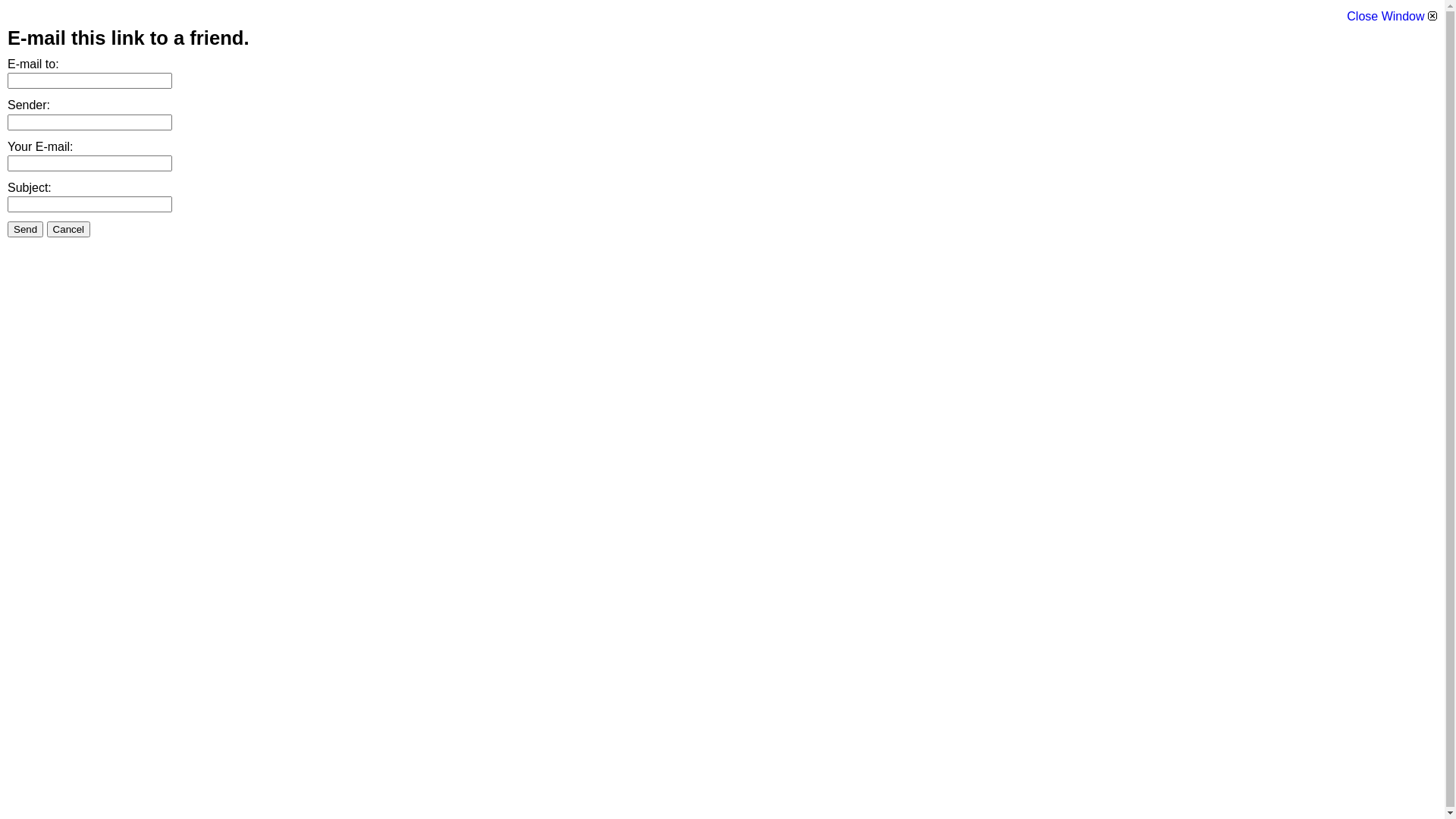  What do you see at coordinates (68, 229) in the screenshot?
I see `'Cancel'` at bounding box center [68, 229].